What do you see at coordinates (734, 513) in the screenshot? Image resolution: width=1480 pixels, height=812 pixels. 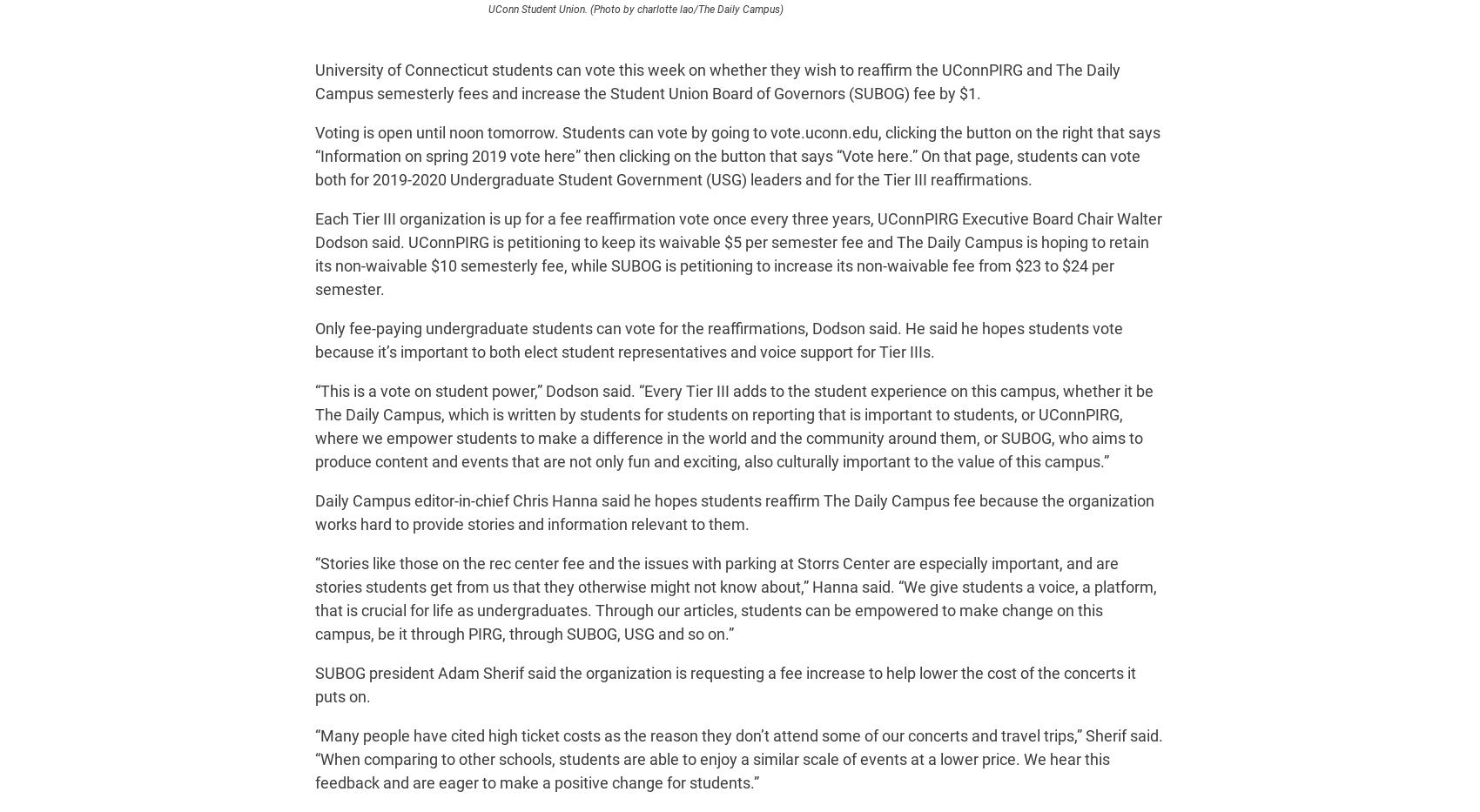 I see `'Daily Campus editor-in-chief Chris Hanna said he hopes students reaffirm The Daily Campus fee because the organization works hard to provide stories and information relevant to them.'` at bounding box center [734, 513].